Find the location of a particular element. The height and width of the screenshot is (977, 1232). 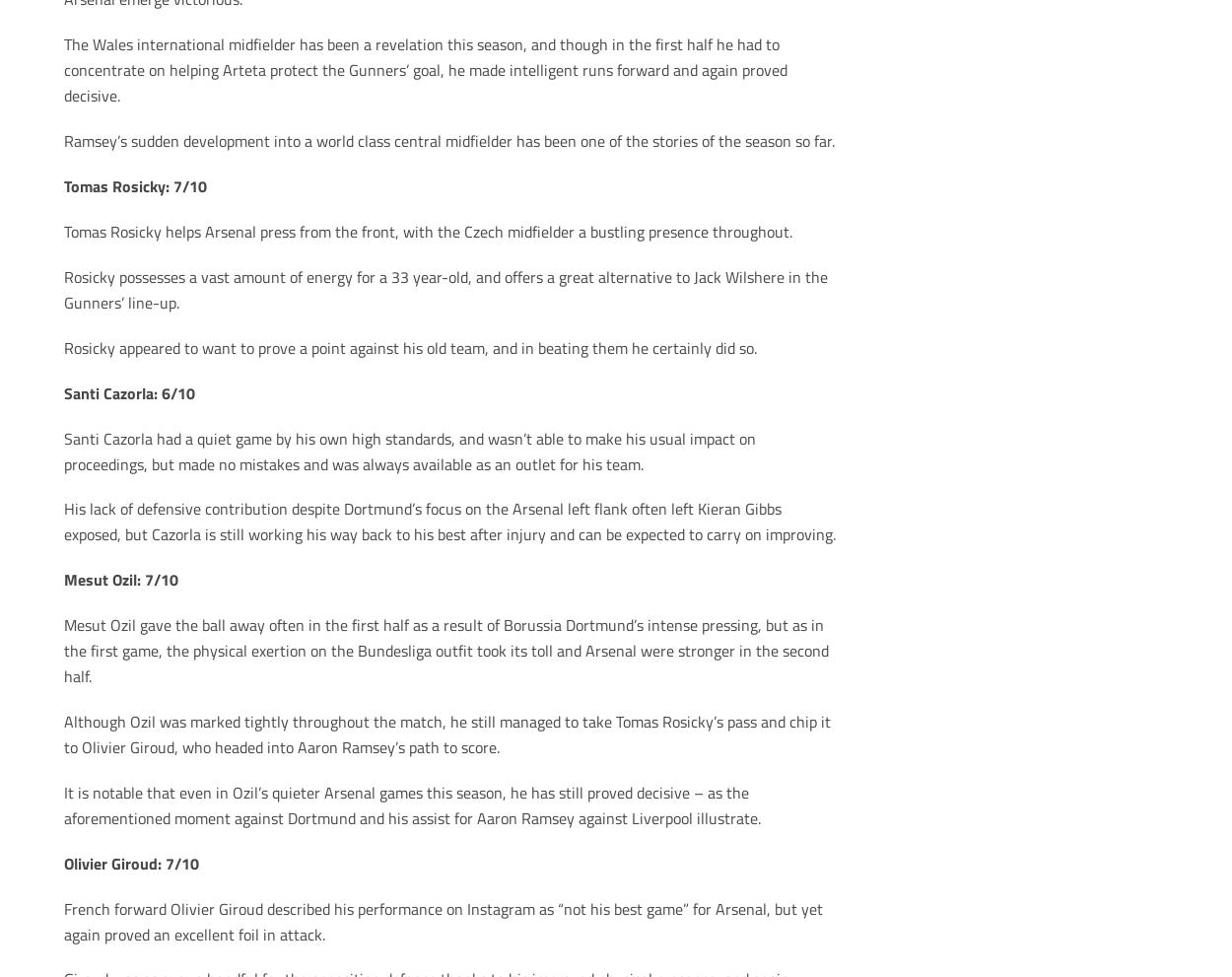

'Mesut Ozil gave the ball away often in the first half as a result of Borussia Dortmund’s intense pressing, but as in the first game, the physical exertion on the Bundesliga outfit took its toll and Arsenal were stronger in the second half.' is located at coordinates (444, 650).